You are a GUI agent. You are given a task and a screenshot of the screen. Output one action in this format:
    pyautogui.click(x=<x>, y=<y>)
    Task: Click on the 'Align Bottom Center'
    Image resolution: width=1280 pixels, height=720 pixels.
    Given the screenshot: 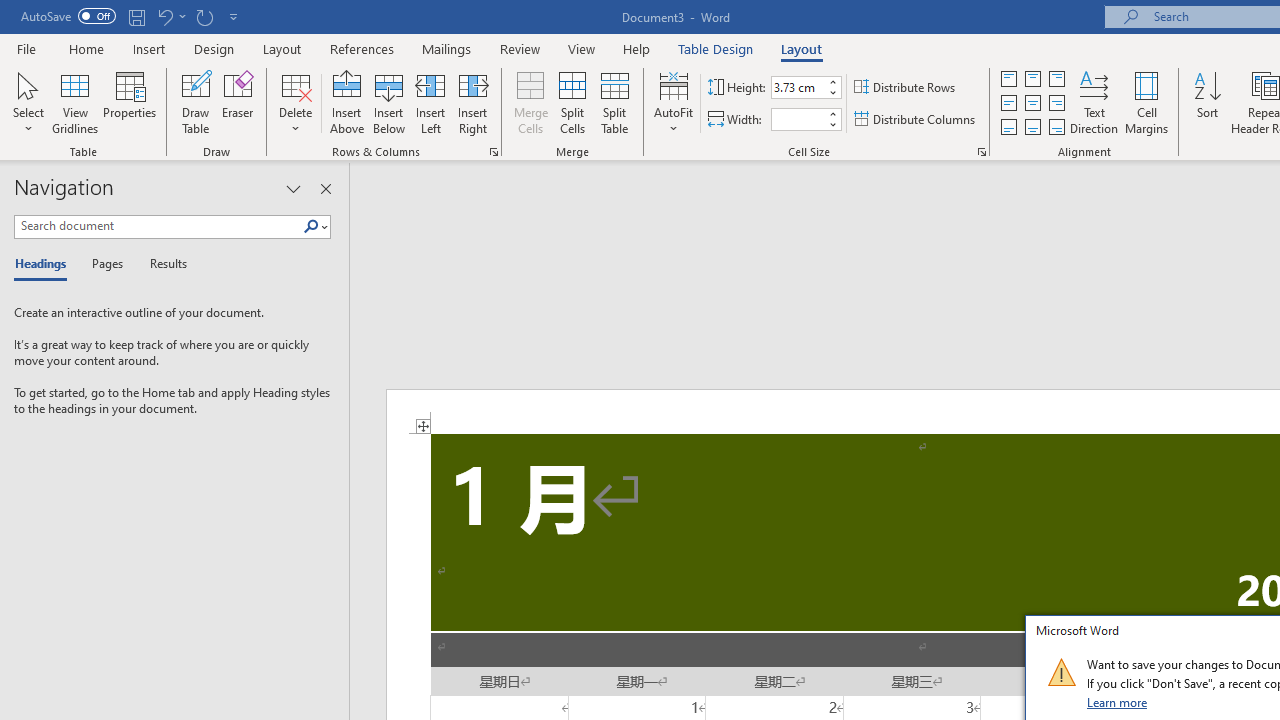 What is the action you would take?
    pyautogui.click(x=1032, y=127)
    